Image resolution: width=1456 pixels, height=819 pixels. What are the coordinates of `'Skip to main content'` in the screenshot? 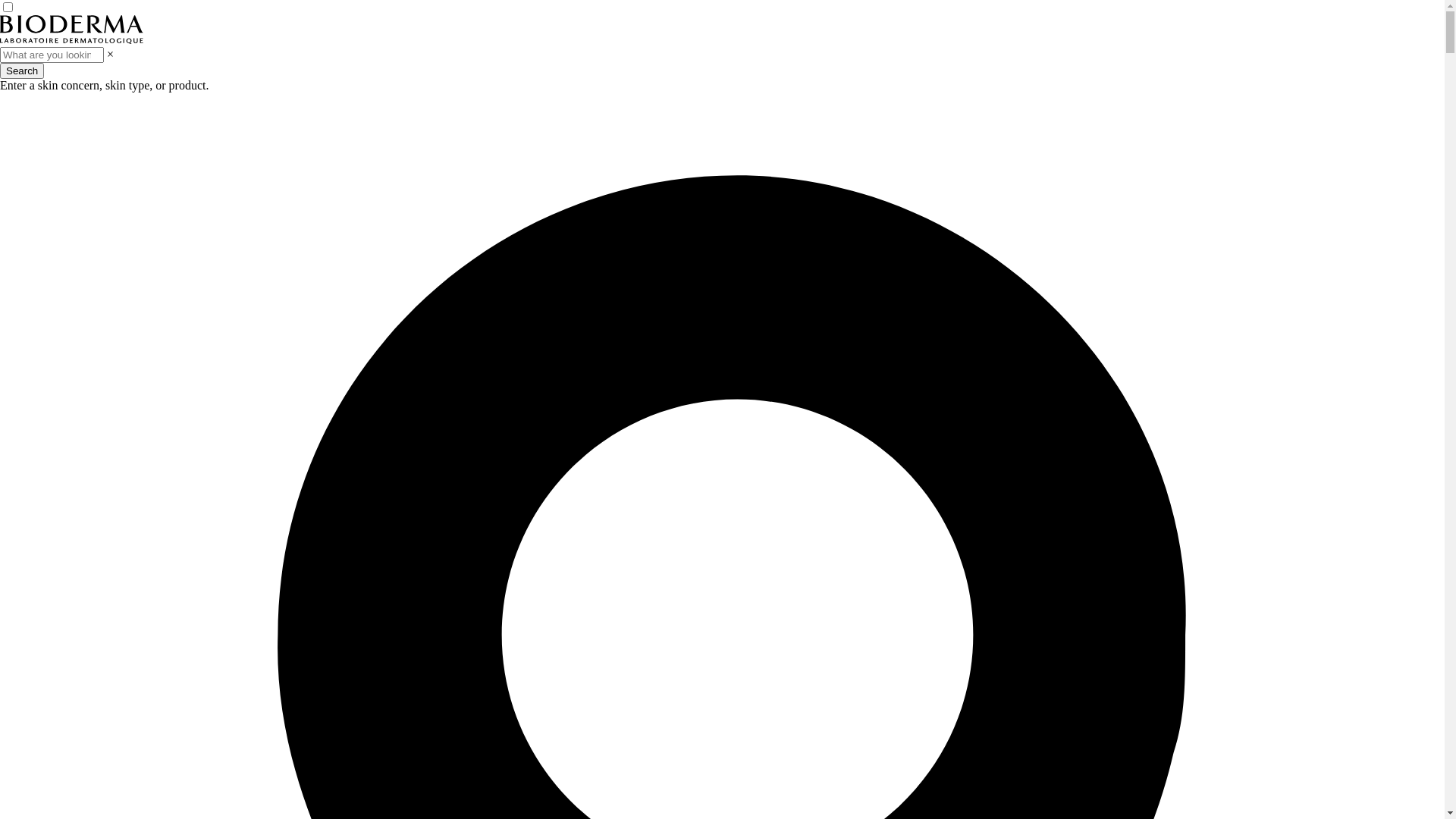 It's located at (0, 0).